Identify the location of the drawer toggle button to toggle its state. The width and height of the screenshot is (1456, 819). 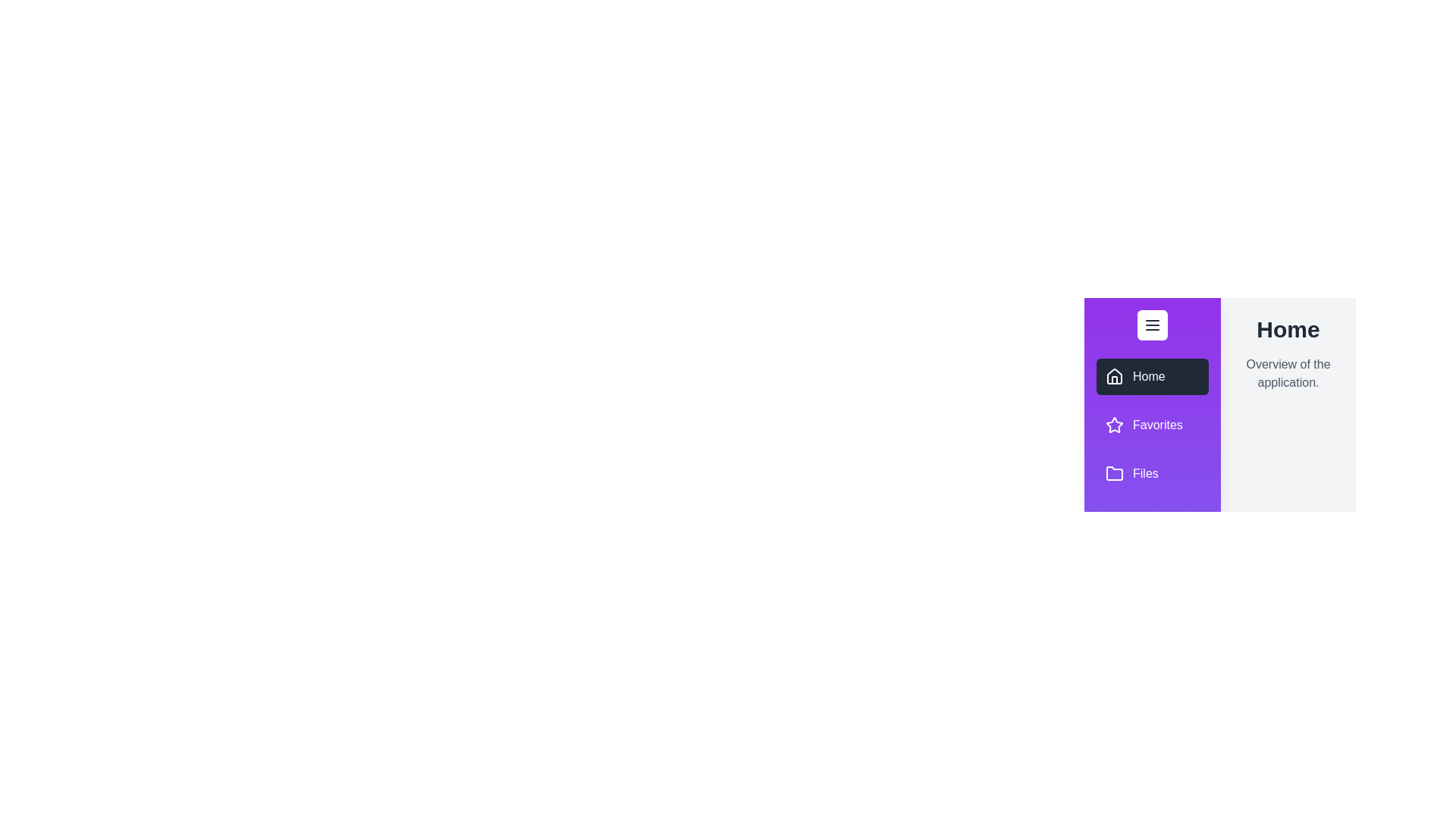
(1153, 324).